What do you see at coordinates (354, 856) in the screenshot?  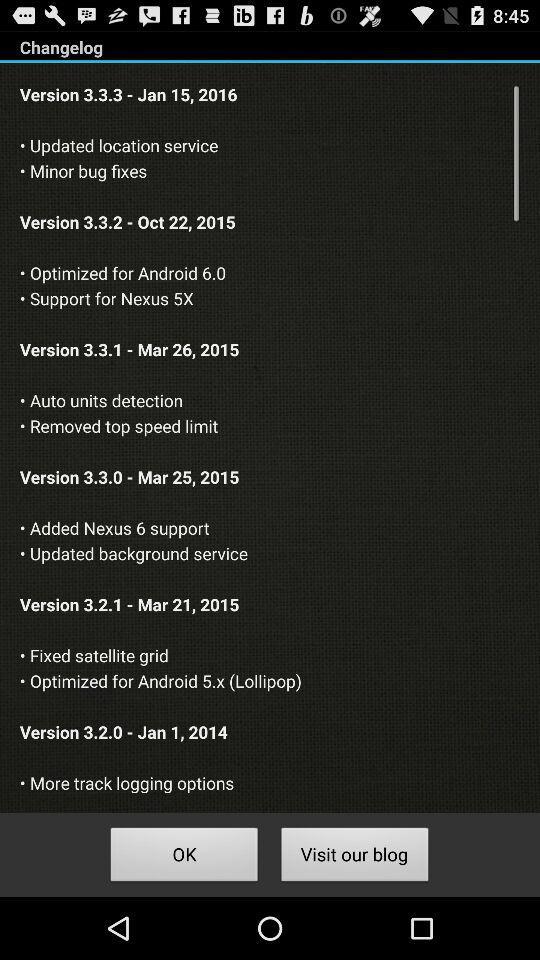 I see `the visit our blog item` at bounding box center [354, 856].